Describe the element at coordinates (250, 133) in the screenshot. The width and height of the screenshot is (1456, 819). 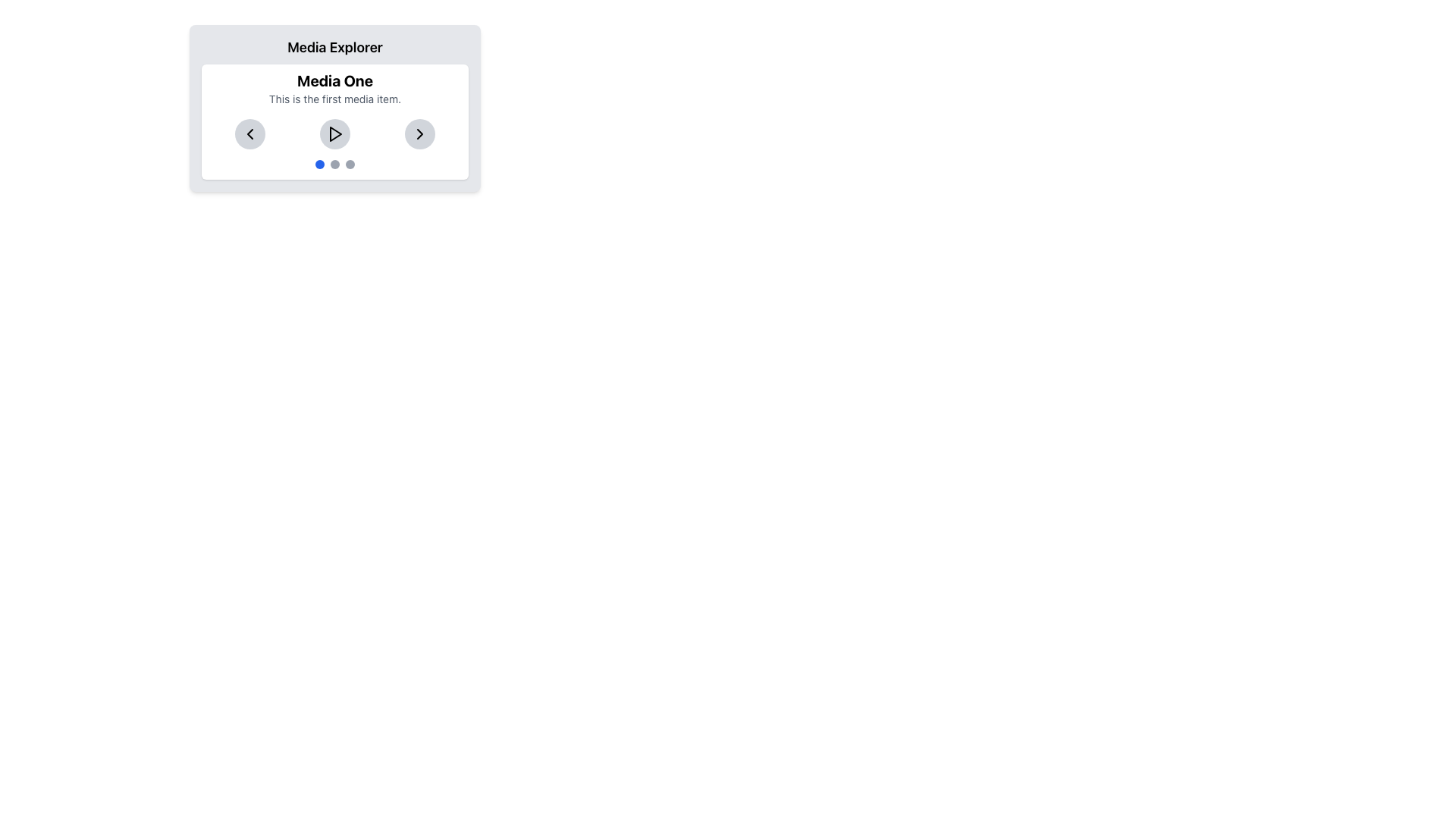
I see `the leftmost circular button with a gray background and a black left arrow icon in the 'Media Explorer' section` at that location.